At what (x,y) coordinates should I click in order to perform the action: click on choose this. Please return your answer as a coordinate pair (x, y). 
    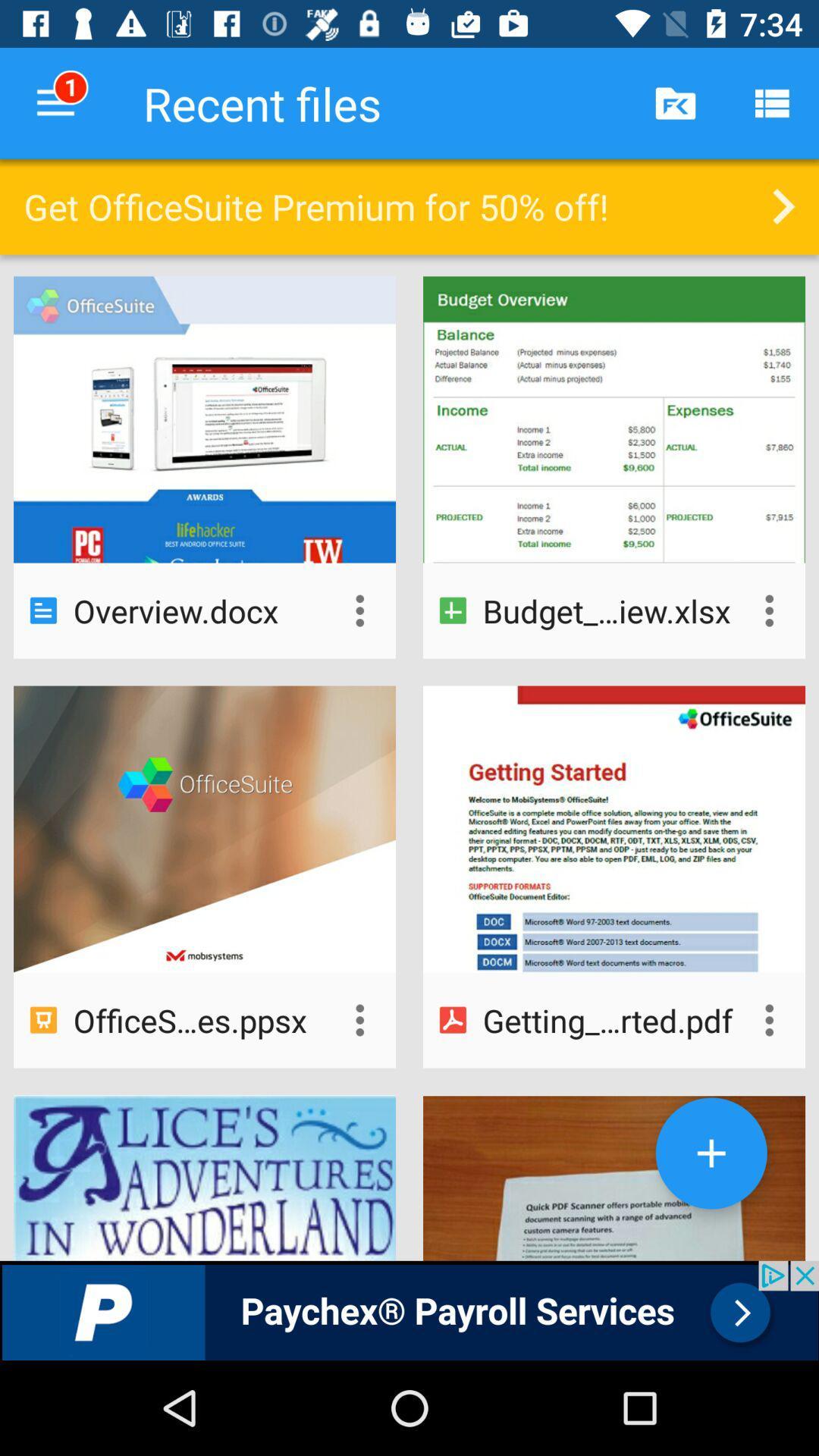
    Looking at the image, I should click on (359, 1020).